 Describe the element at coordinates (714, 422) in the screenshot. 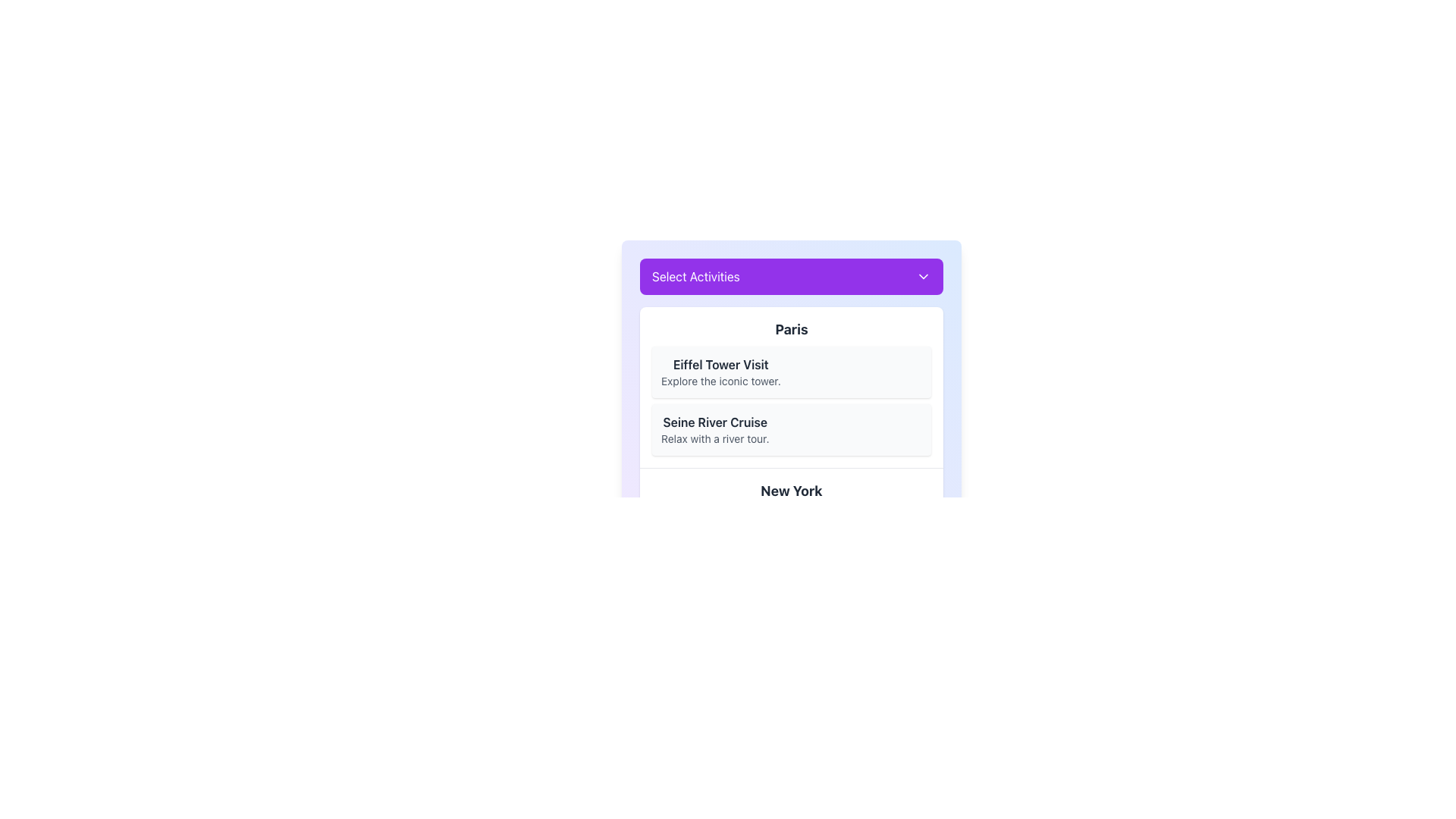

I see `the text label reading 'Seine River Cruise', which is styled in bold dark gray and is located in the 'Paris' section of activities, positioned between 'Eiffel Tower Visit' and 'Relax with a river tour.'` at that location.